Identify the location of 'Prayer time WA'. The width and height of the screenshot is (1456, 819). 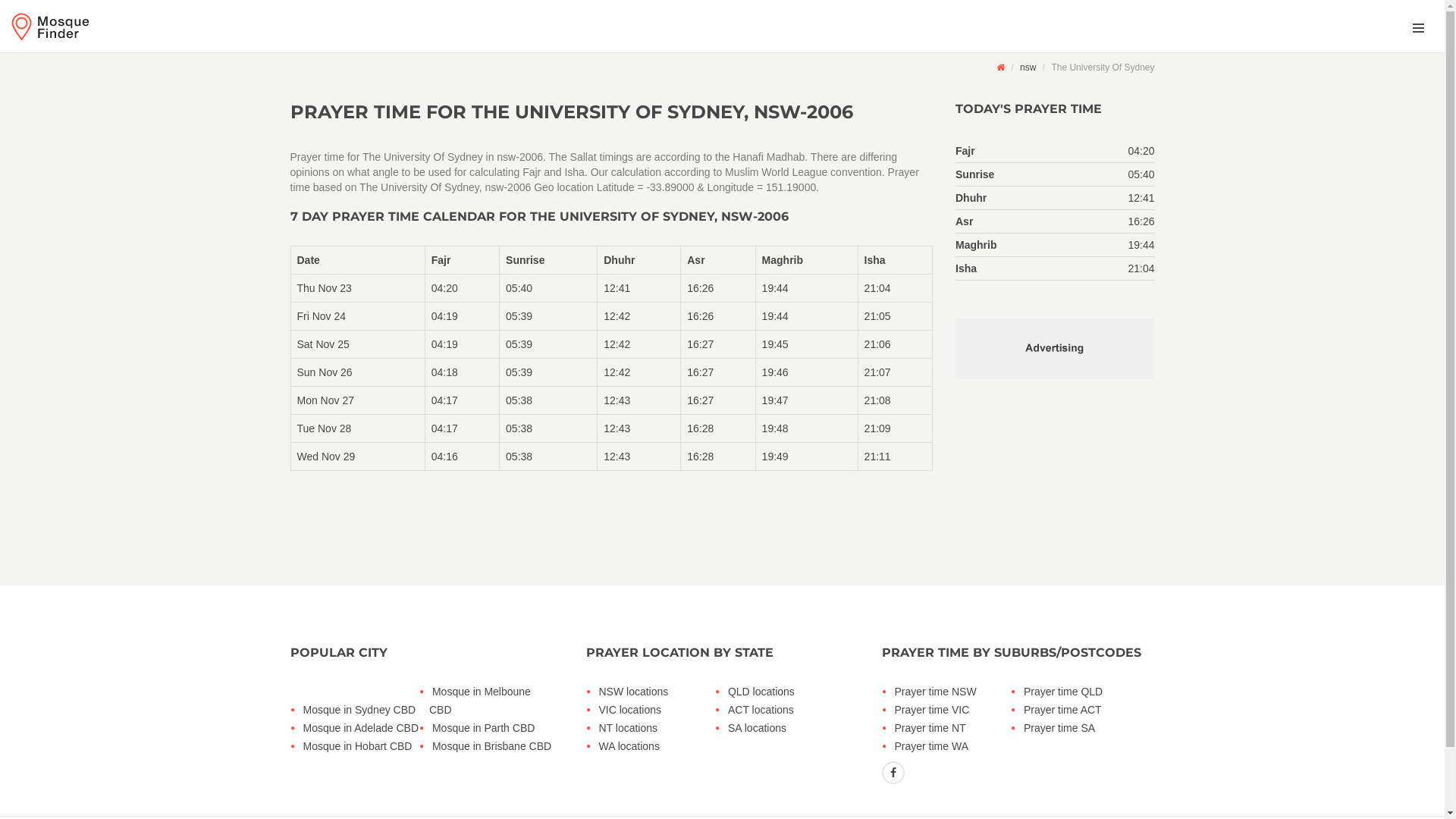
(954, 745).